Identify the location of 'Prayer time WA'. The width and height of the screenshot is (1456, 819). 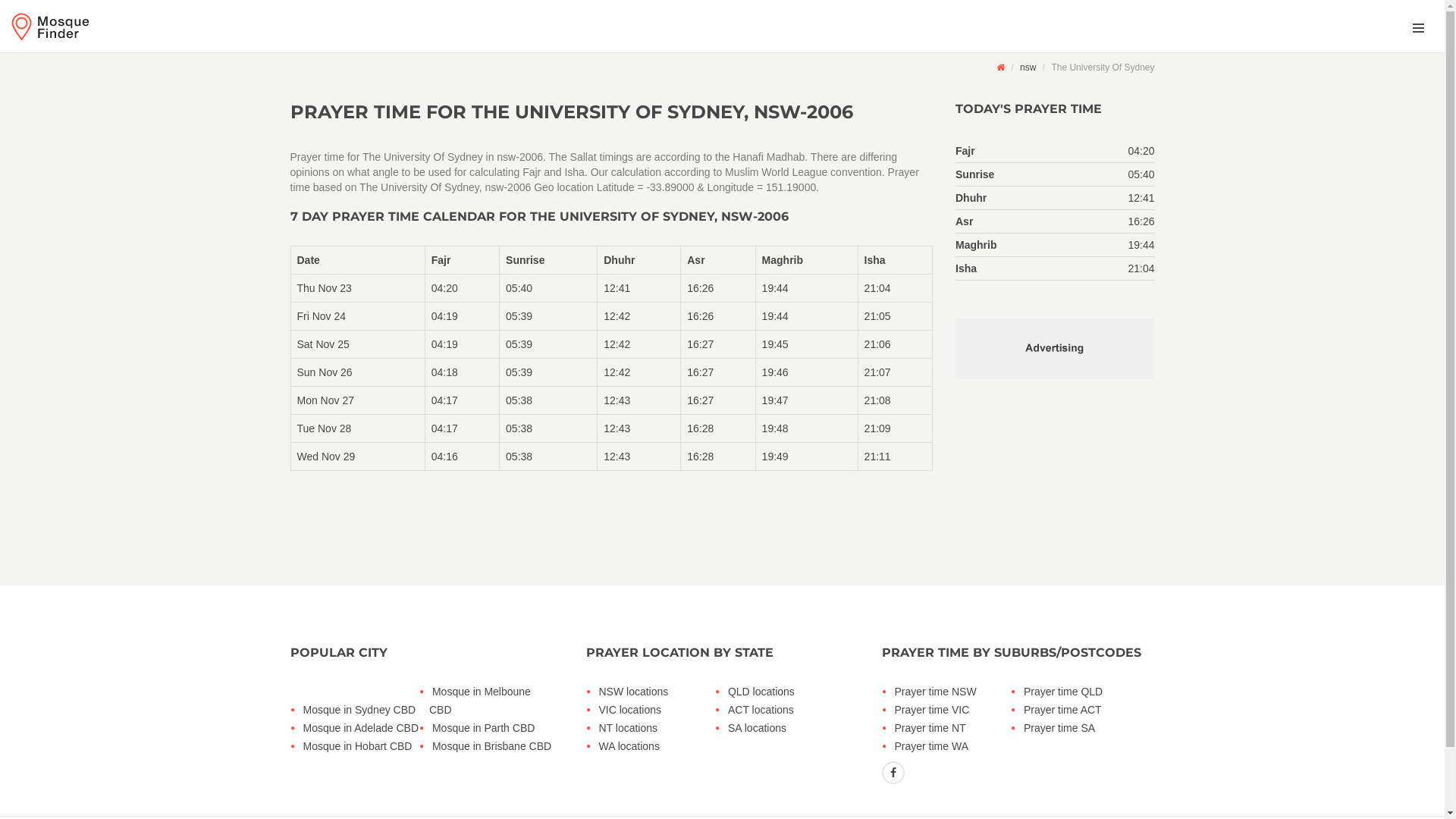
(954, 745).